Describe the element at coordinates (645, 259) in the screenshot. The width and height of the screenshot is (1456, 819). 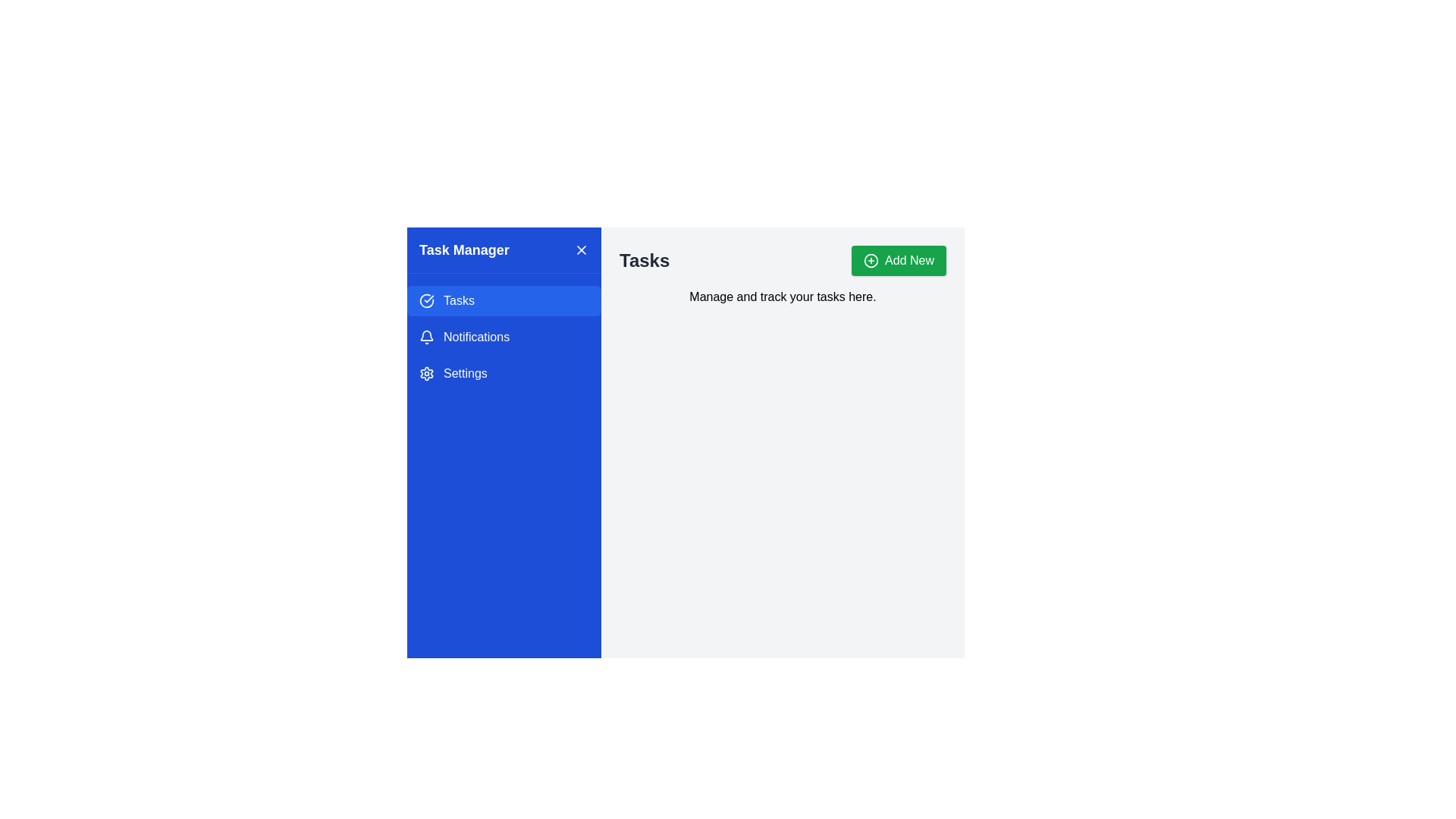
I see `the 'Tasks' text label, which is a bold and large header in grayish black color located on the right side of the blue navigation bar` at that location.